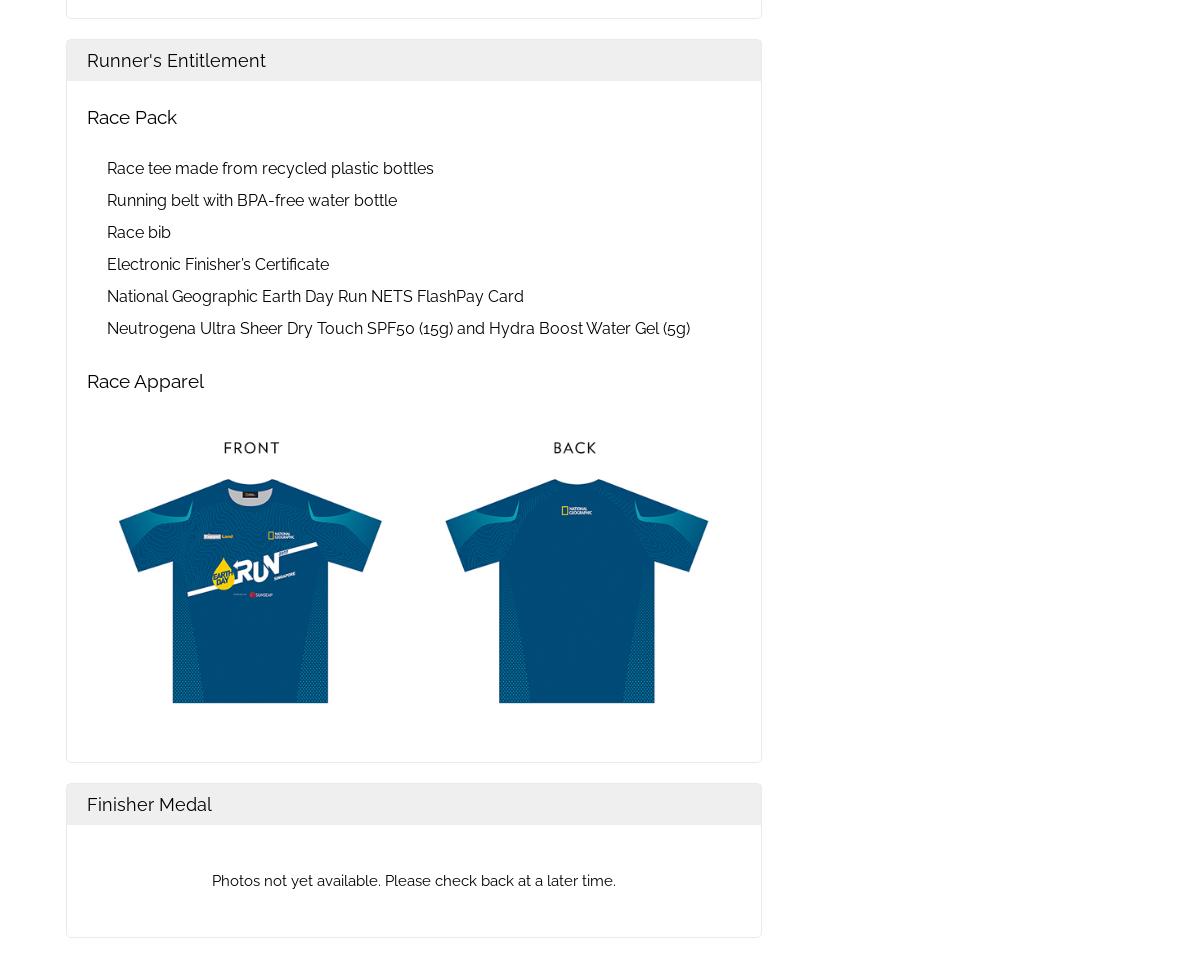 This screenshot has height=958, width=1200. I want to click on 'Neutrogena Ultra Sheer Dry Touch SPF50 (15g) and Hydra Boost Water Gel (5g)', so click(398, 327).